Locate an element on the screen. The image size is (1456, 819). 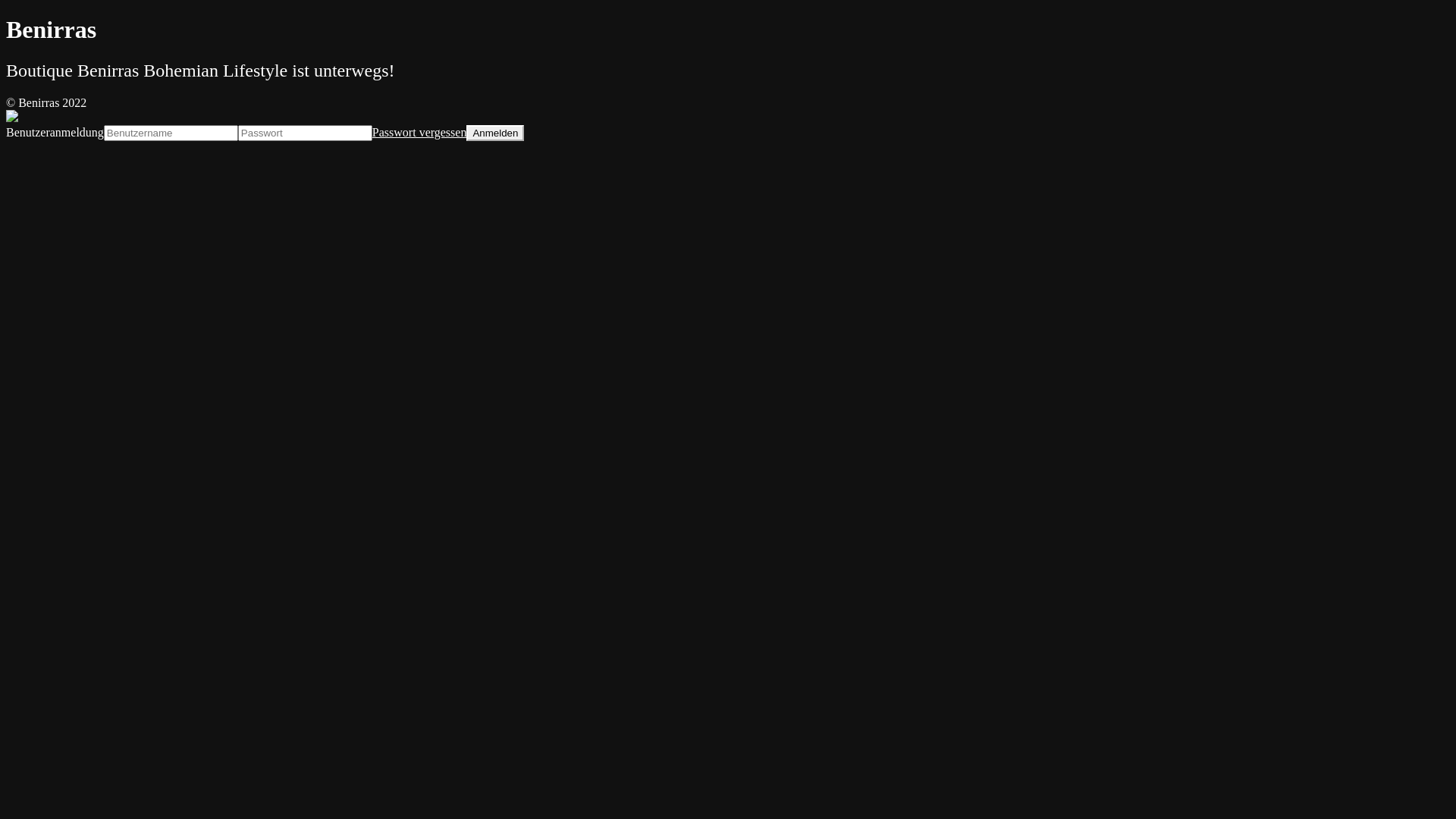
'Passwort vergessen' is located at coordinates (419, 131).